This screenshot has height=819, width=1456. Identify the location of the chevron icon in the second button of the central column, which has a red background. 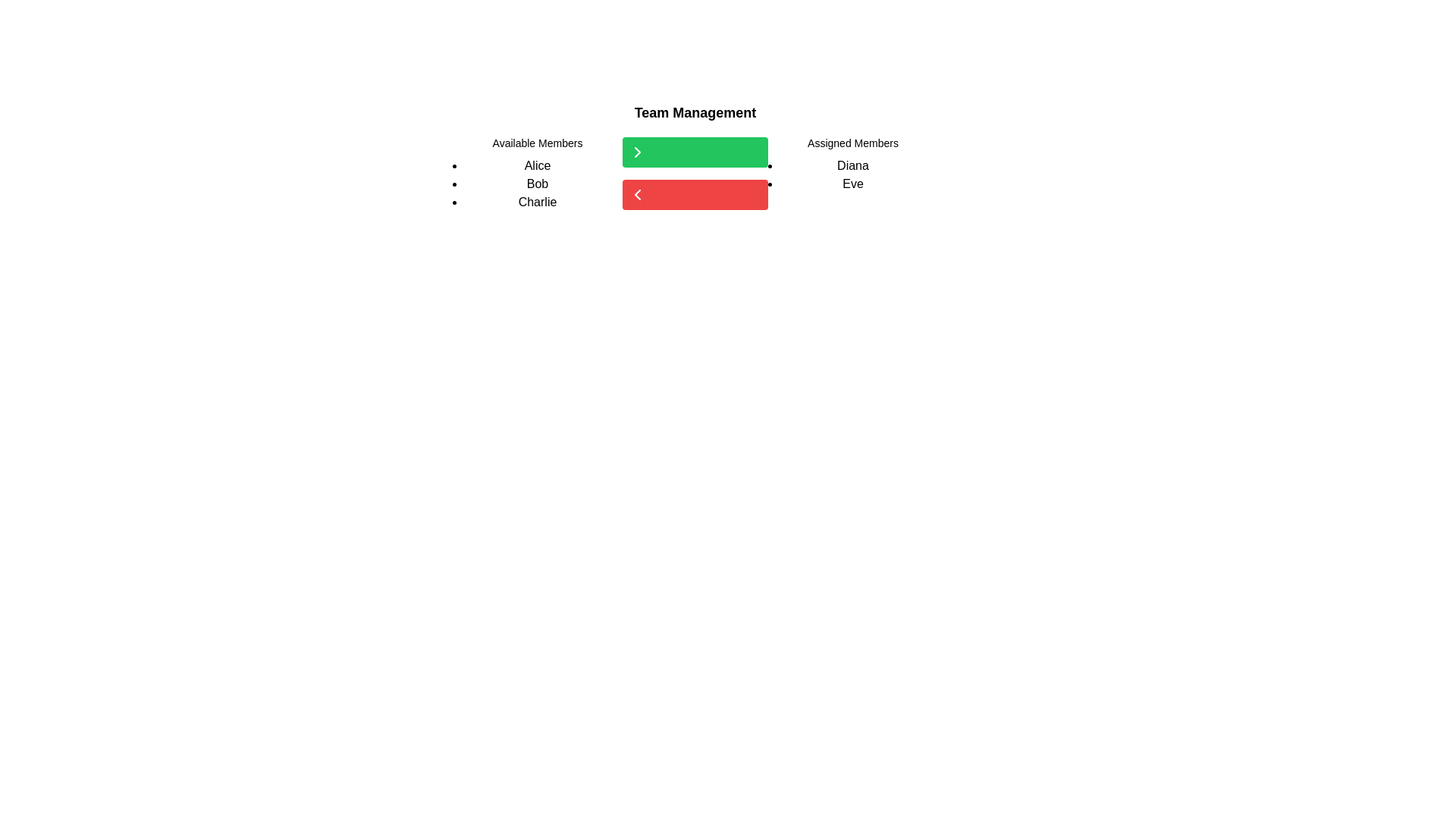
(637, 194).